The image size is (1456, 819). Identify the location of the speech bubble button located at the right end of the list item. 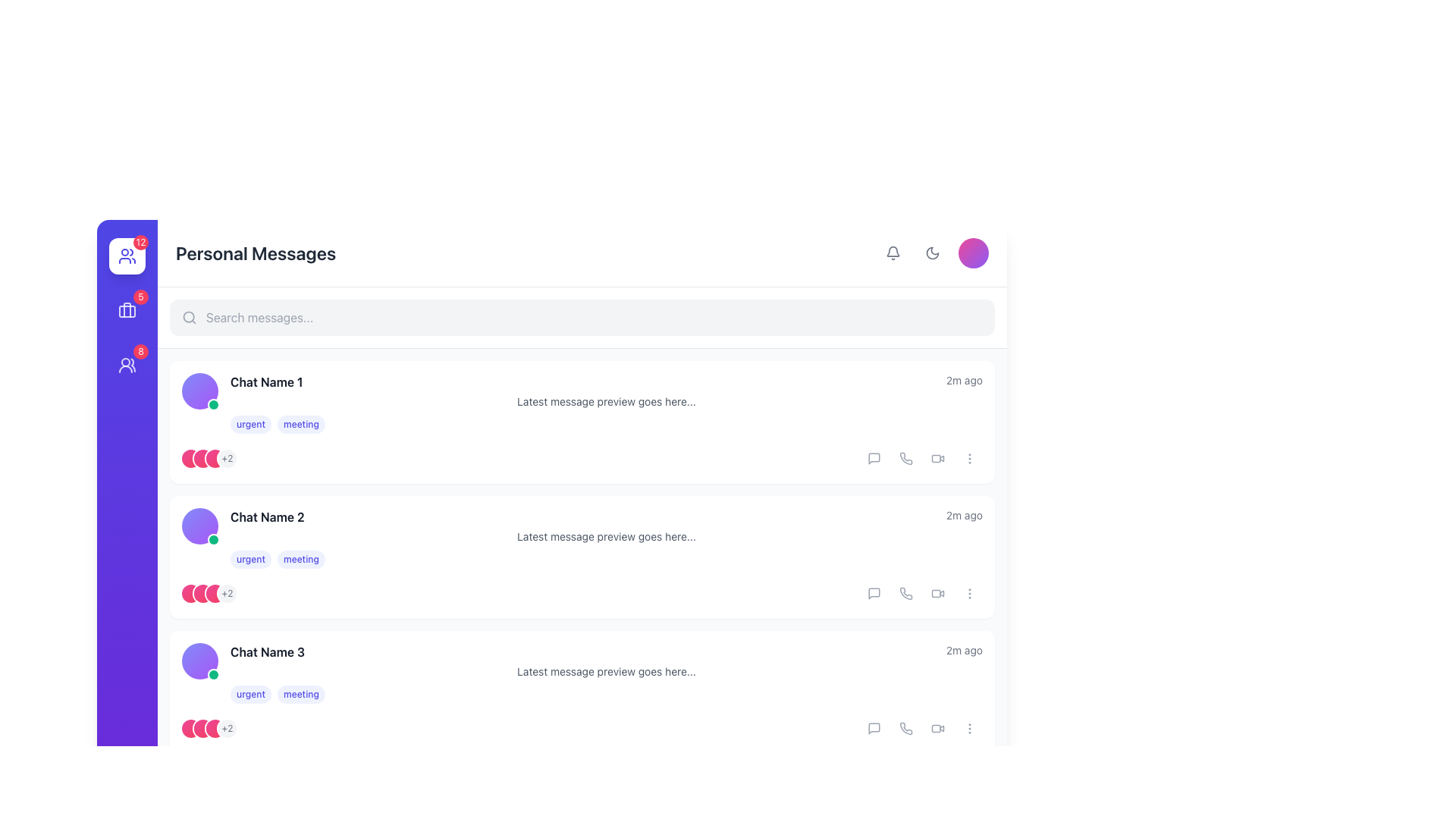
(874, 458).